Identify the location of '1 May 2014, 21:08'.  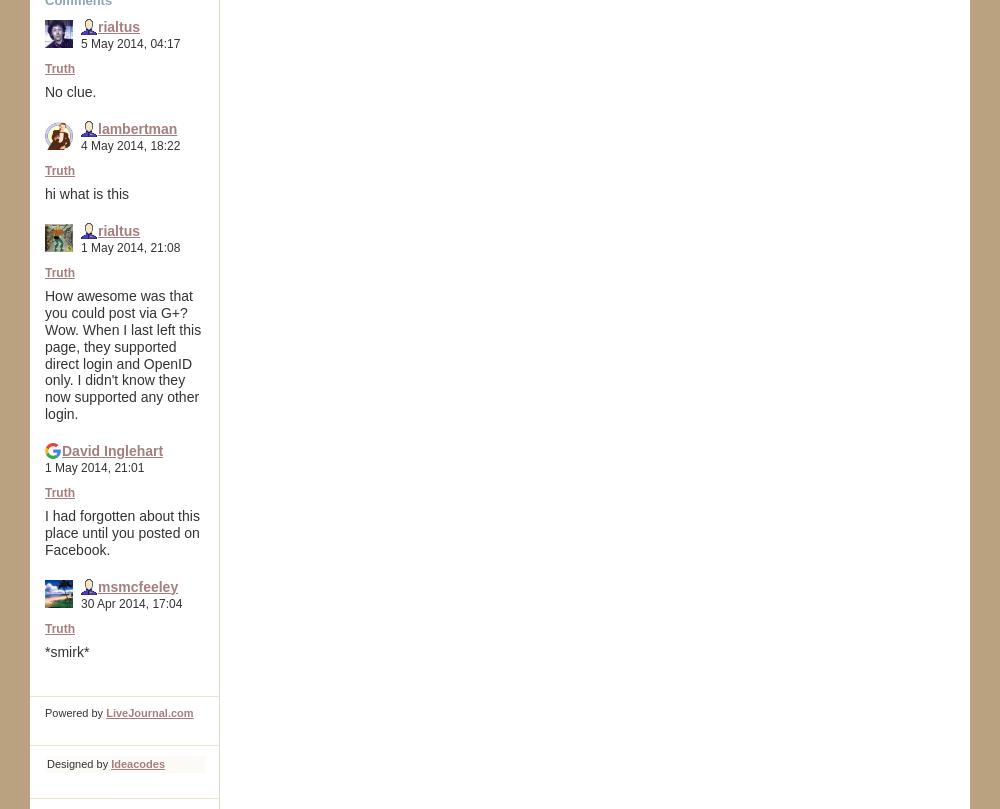
(130, 245).